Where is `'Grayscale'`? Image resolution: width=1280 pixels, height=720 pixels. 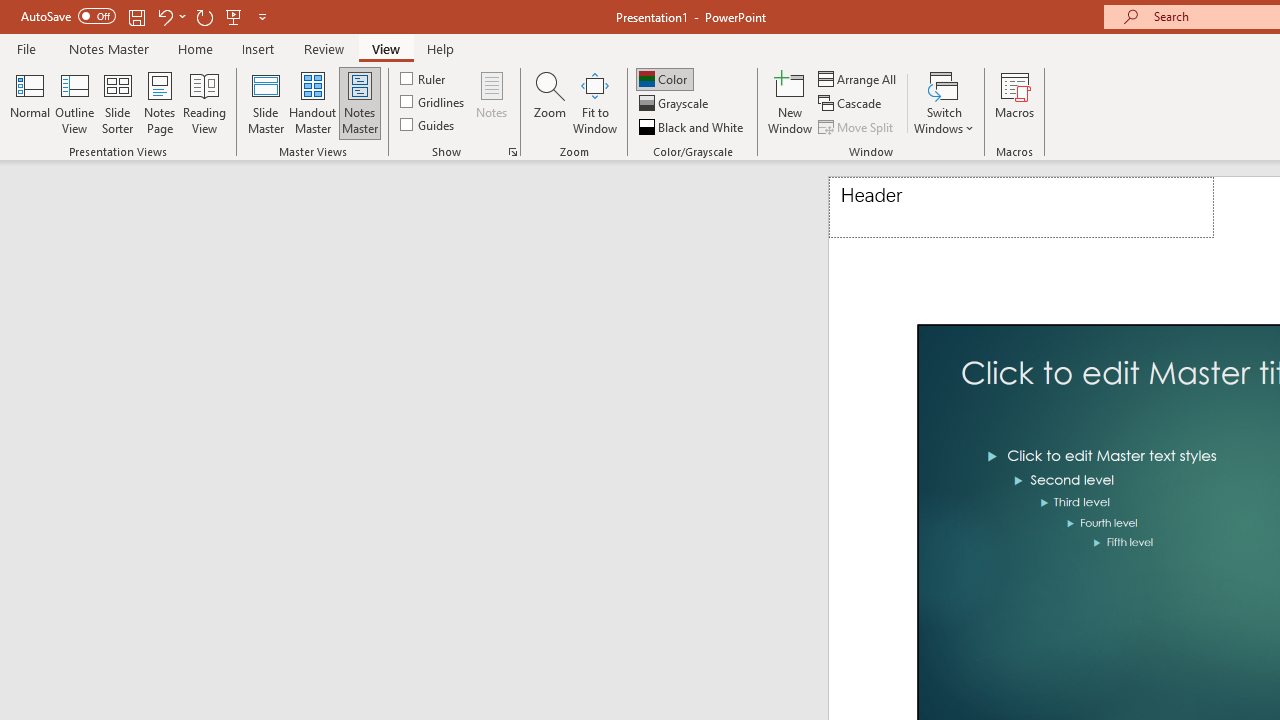
'Grayscale' is located at coordinates (675, 103).